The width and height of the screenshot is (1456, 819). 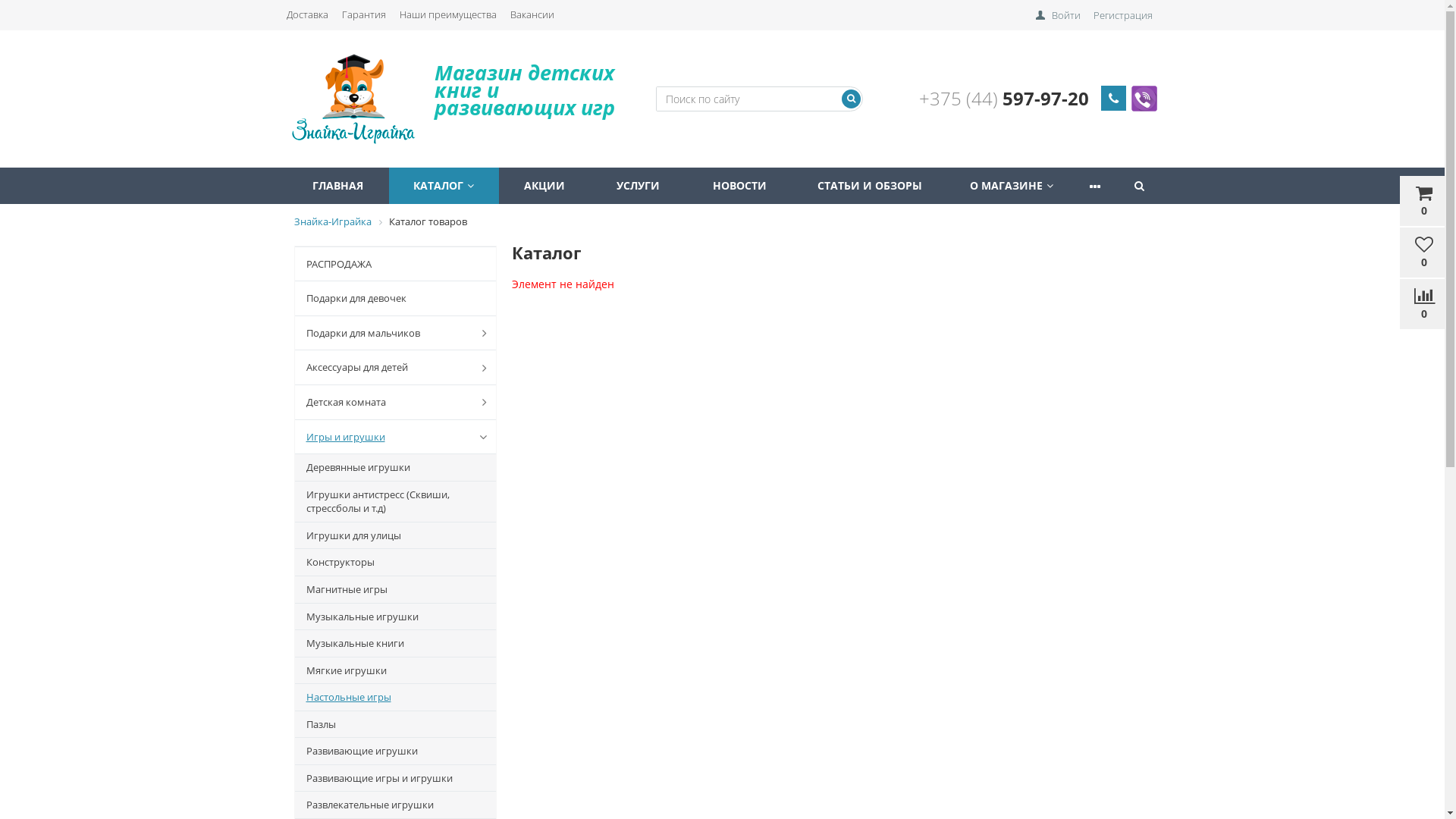 What do you see at coordinates (1423, 304) in the screenshot?
I see `'0'` at bounding box center [1423, 304].